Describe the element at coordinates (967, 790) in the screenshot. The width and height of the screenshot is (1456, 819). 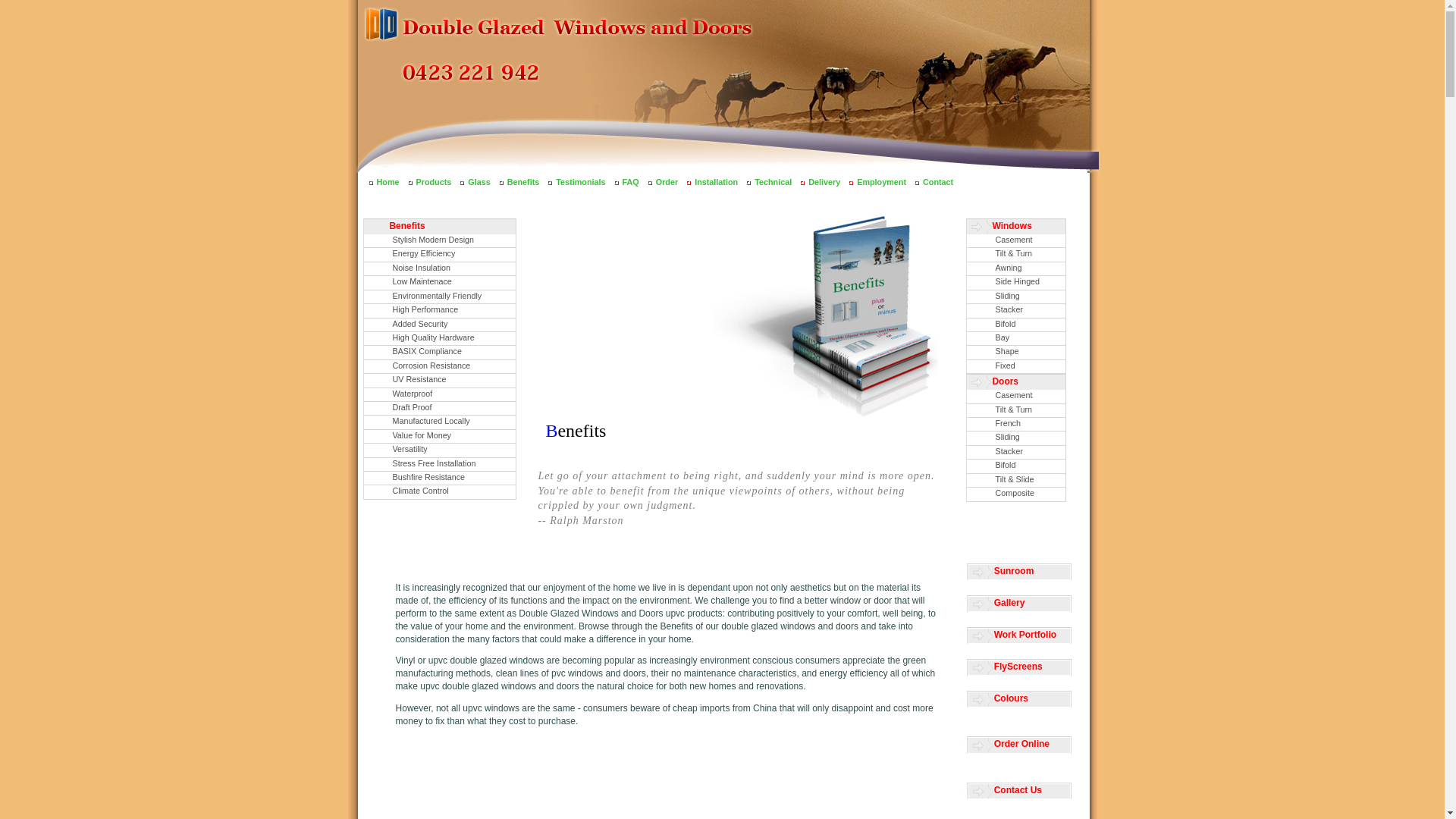
I see `'Contact Us'` at that location.